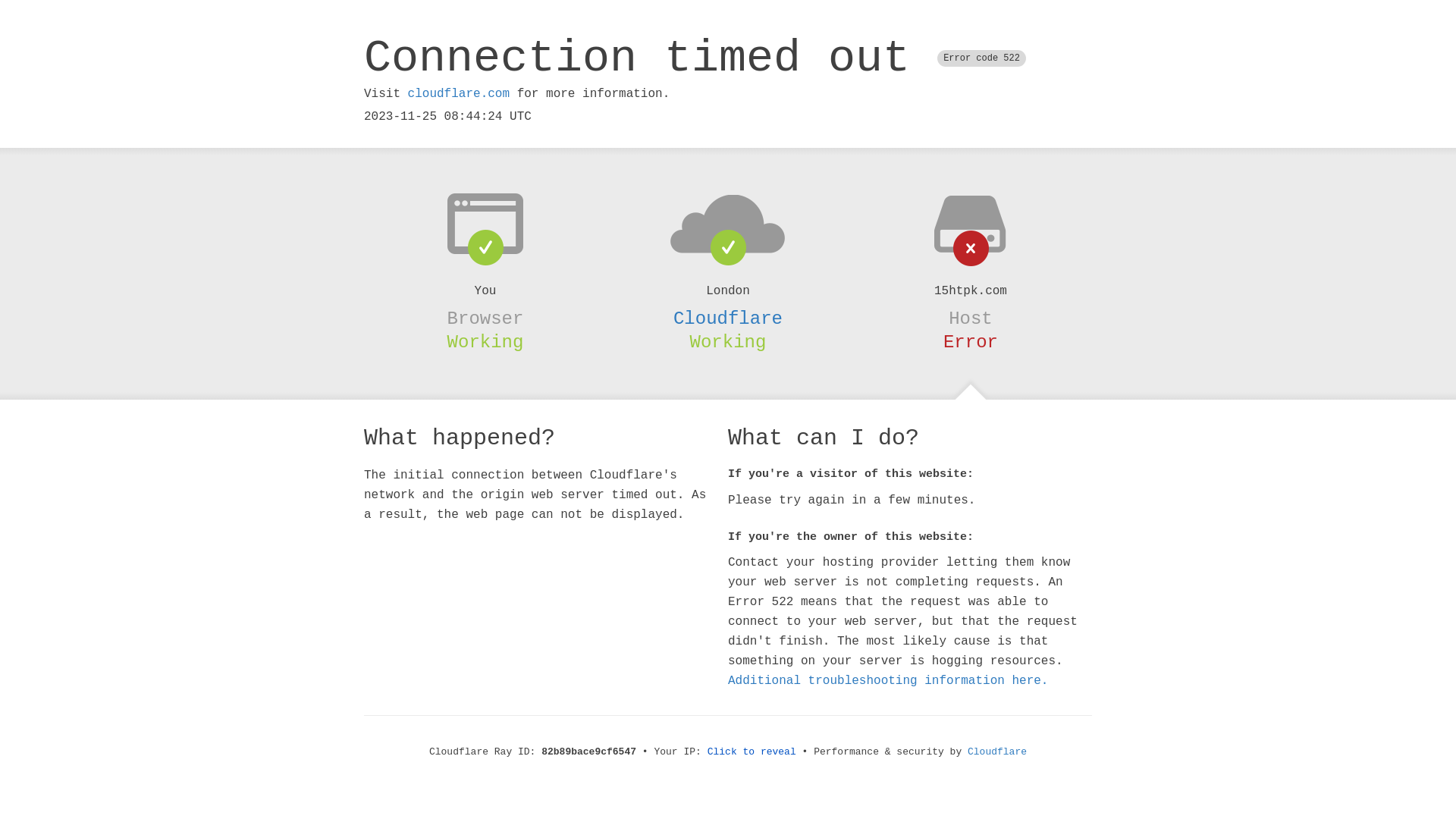 This screenshot has width=1456, height=819. What do you see at coordinates (728, 318) in the screenshot?
I see `'Cloudflare'` at bounding box center [728, 318].